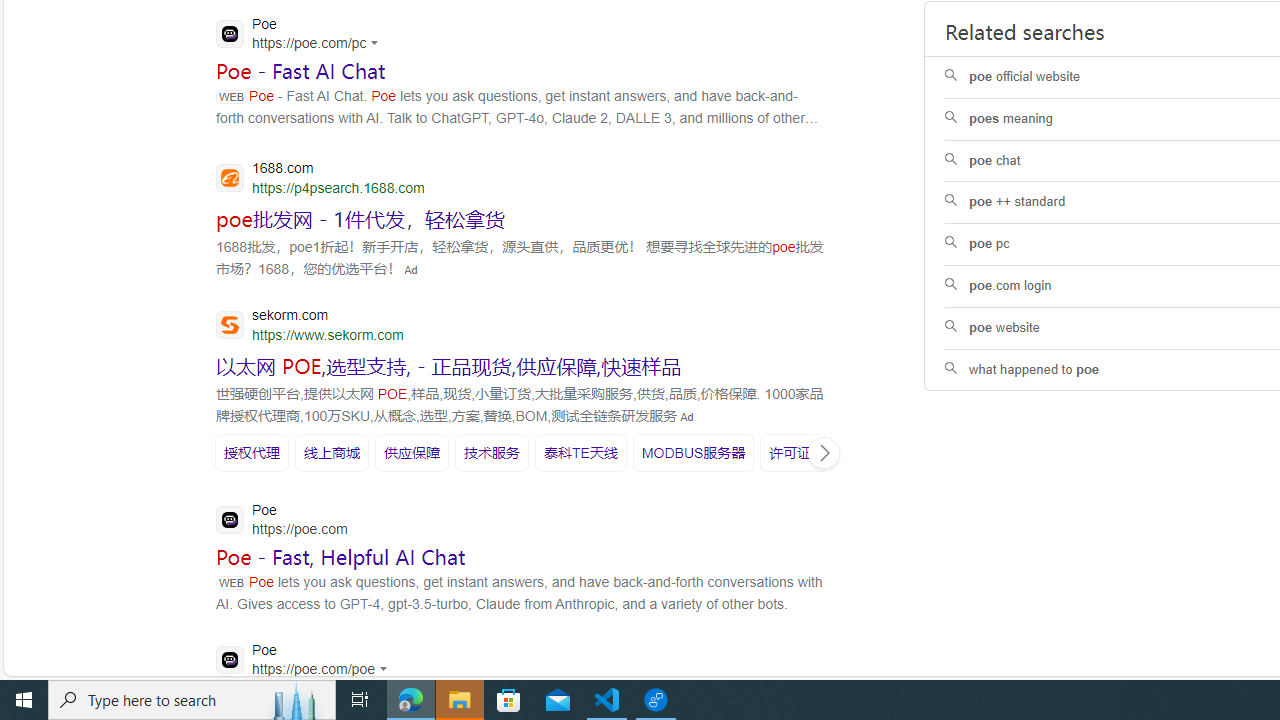 This screenshot has width=1280, height=720. Describe the element at coordinates (823, 452) in the screenshot. I see `'Click to scroll right'` at that location.